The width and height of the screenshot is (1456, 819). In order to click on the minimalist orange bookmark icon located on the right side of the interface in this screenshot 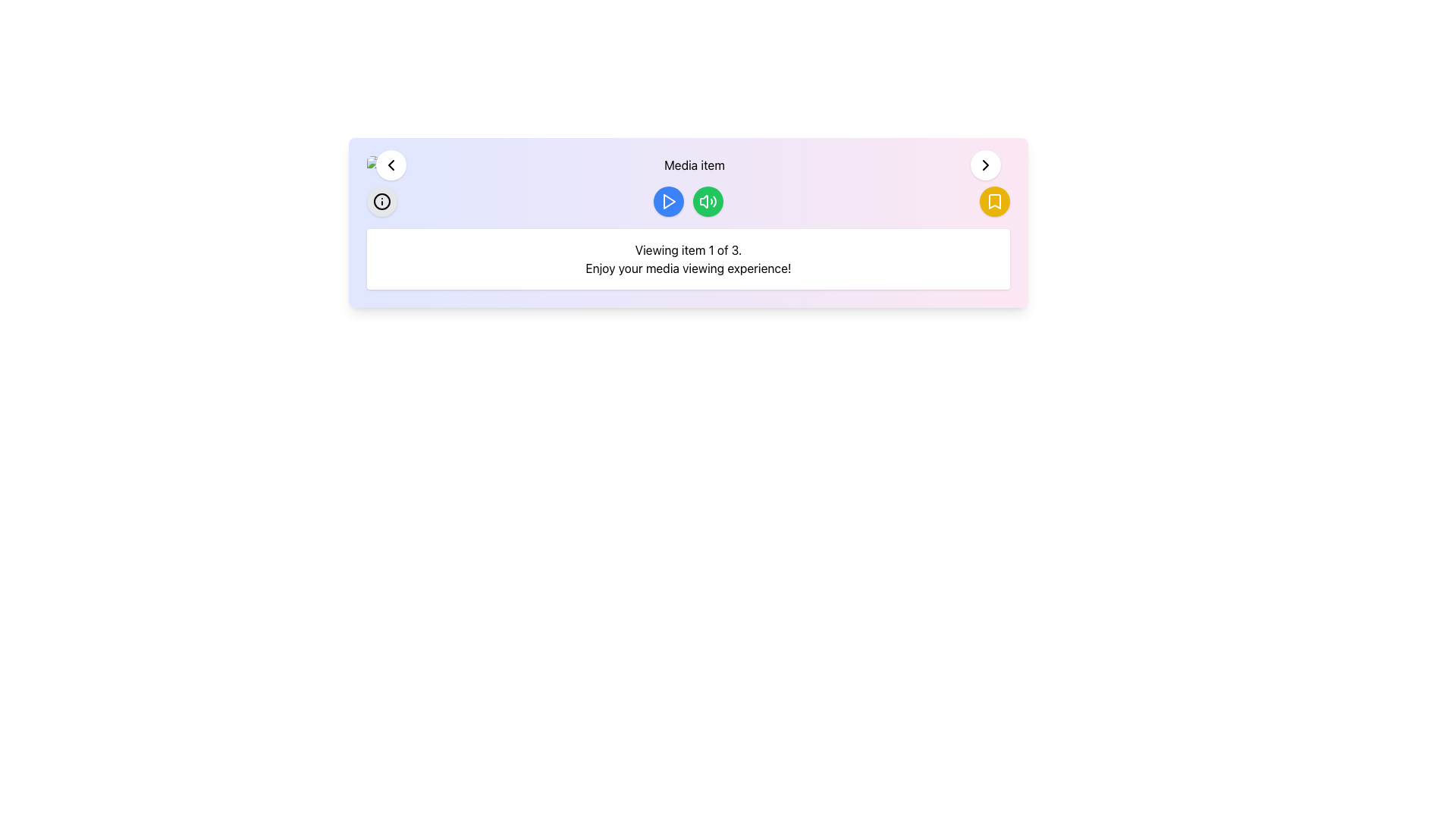, I will do `click(994, 201)`.